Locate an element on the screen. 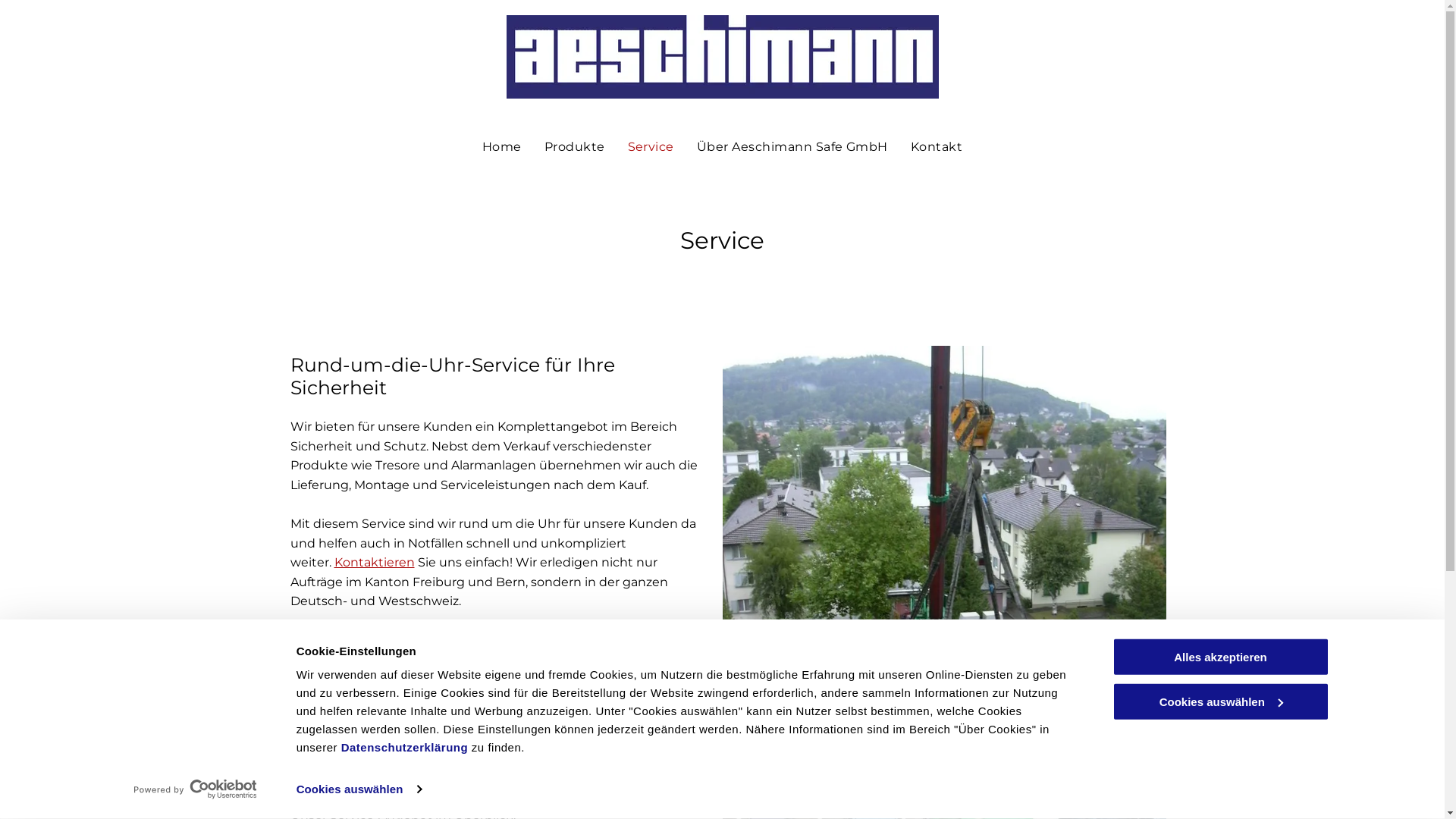 Image resolution: width=1456 pixels, height=819 pixels. 'Service' is located at coordinates (650, 146).